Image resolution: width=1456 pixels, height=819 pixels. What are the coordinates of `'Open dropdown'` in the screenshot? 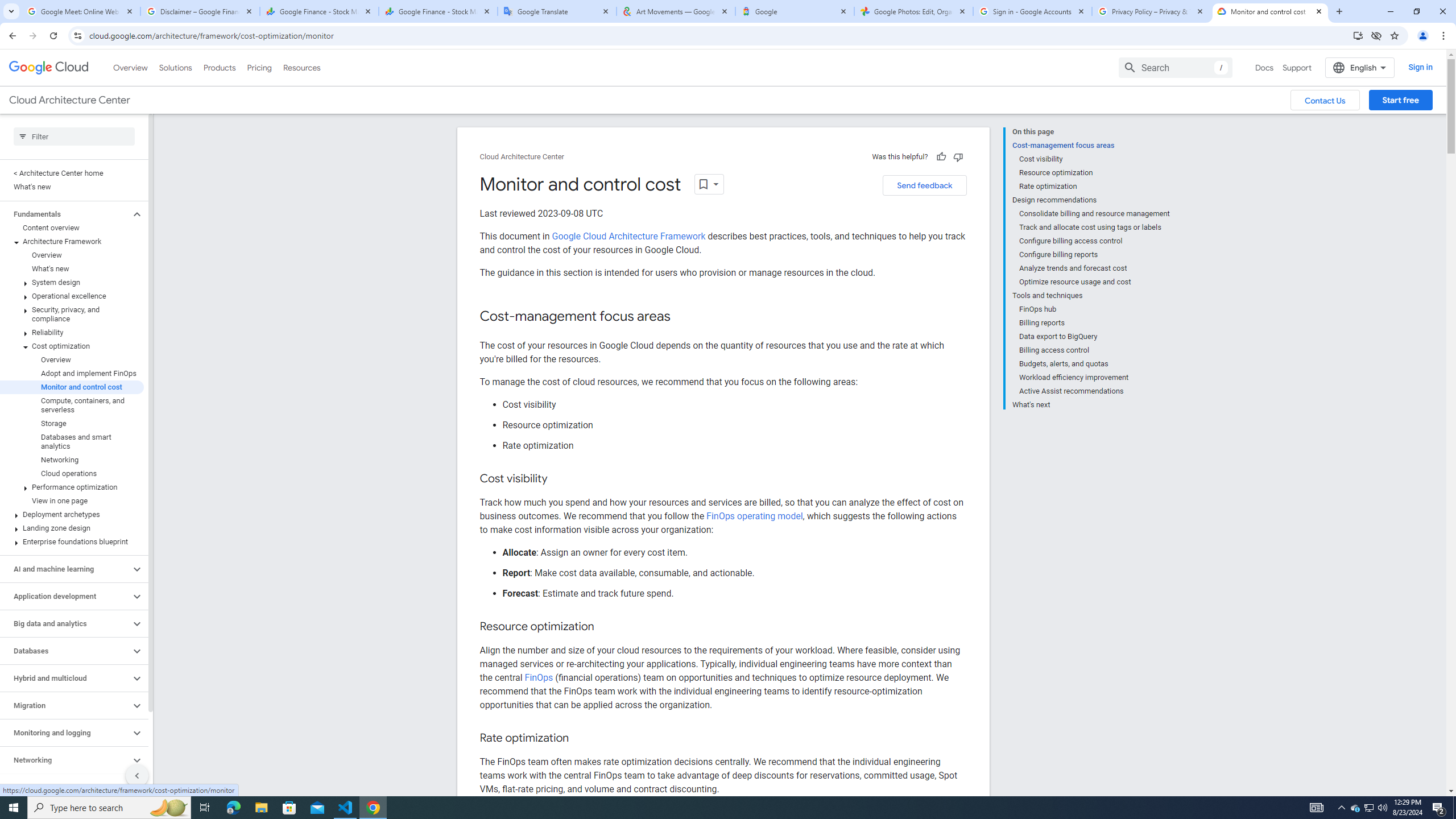 It's located at (709, 184).